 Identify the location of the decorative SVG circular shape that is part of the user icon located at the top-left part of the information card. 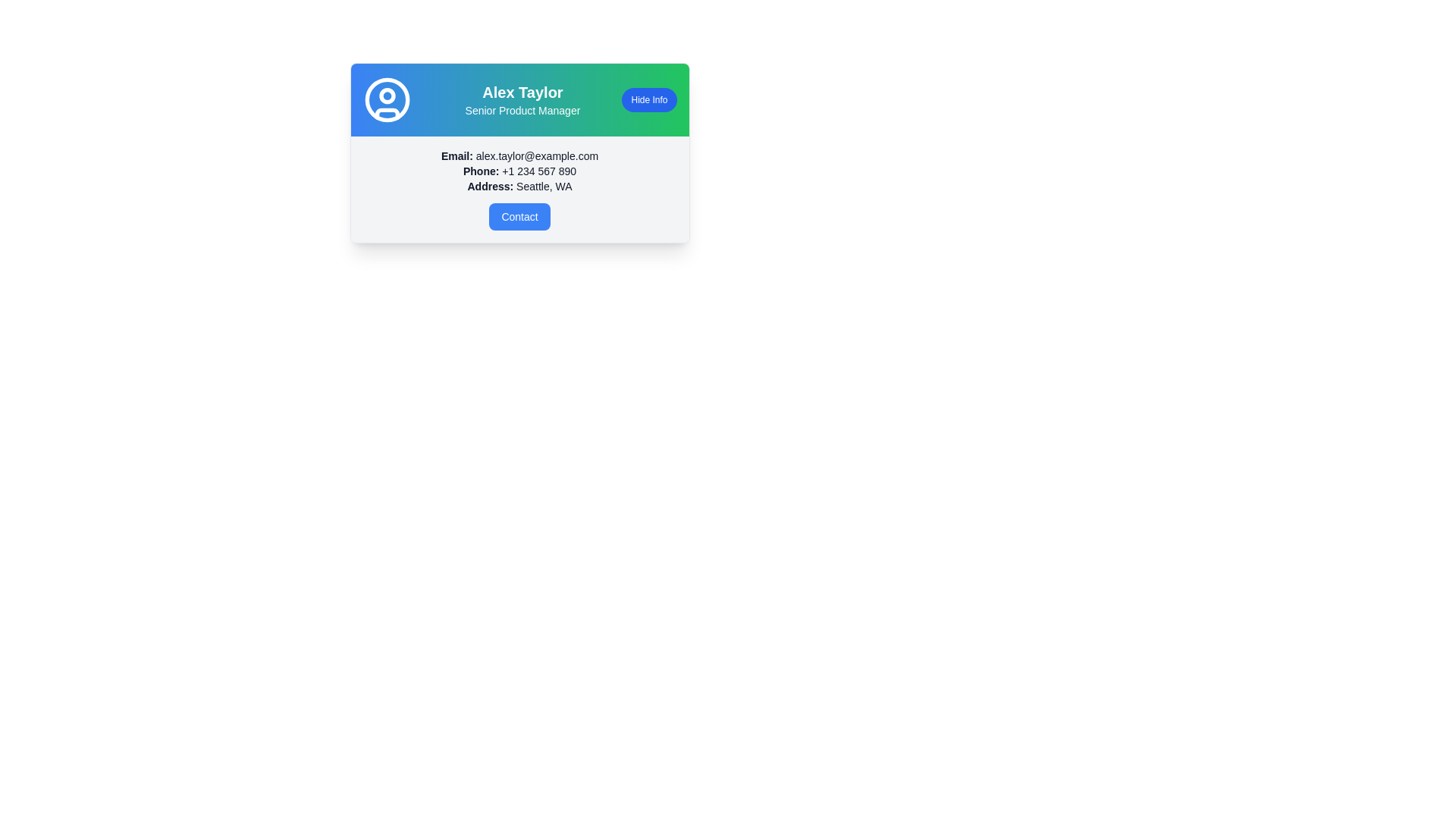
(387, 99).